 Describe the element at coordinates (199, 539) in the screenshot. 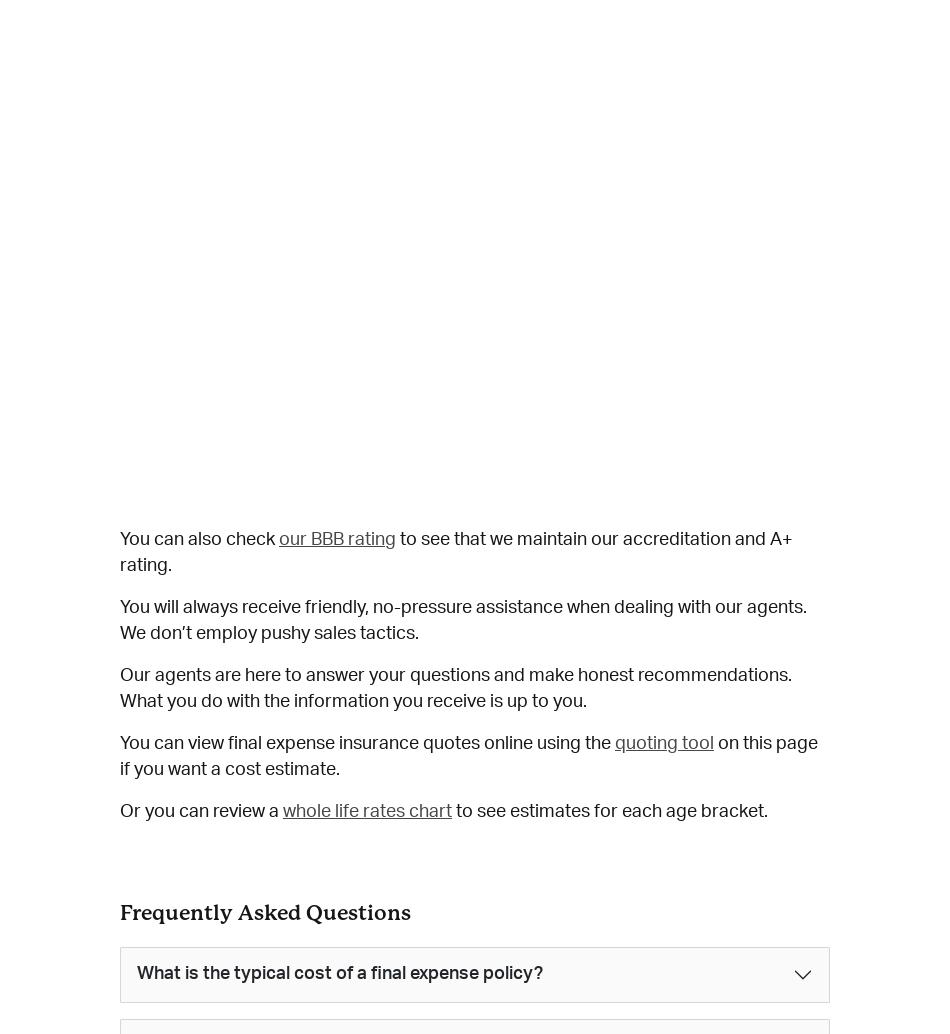

I see `'You can also check'` at that location.